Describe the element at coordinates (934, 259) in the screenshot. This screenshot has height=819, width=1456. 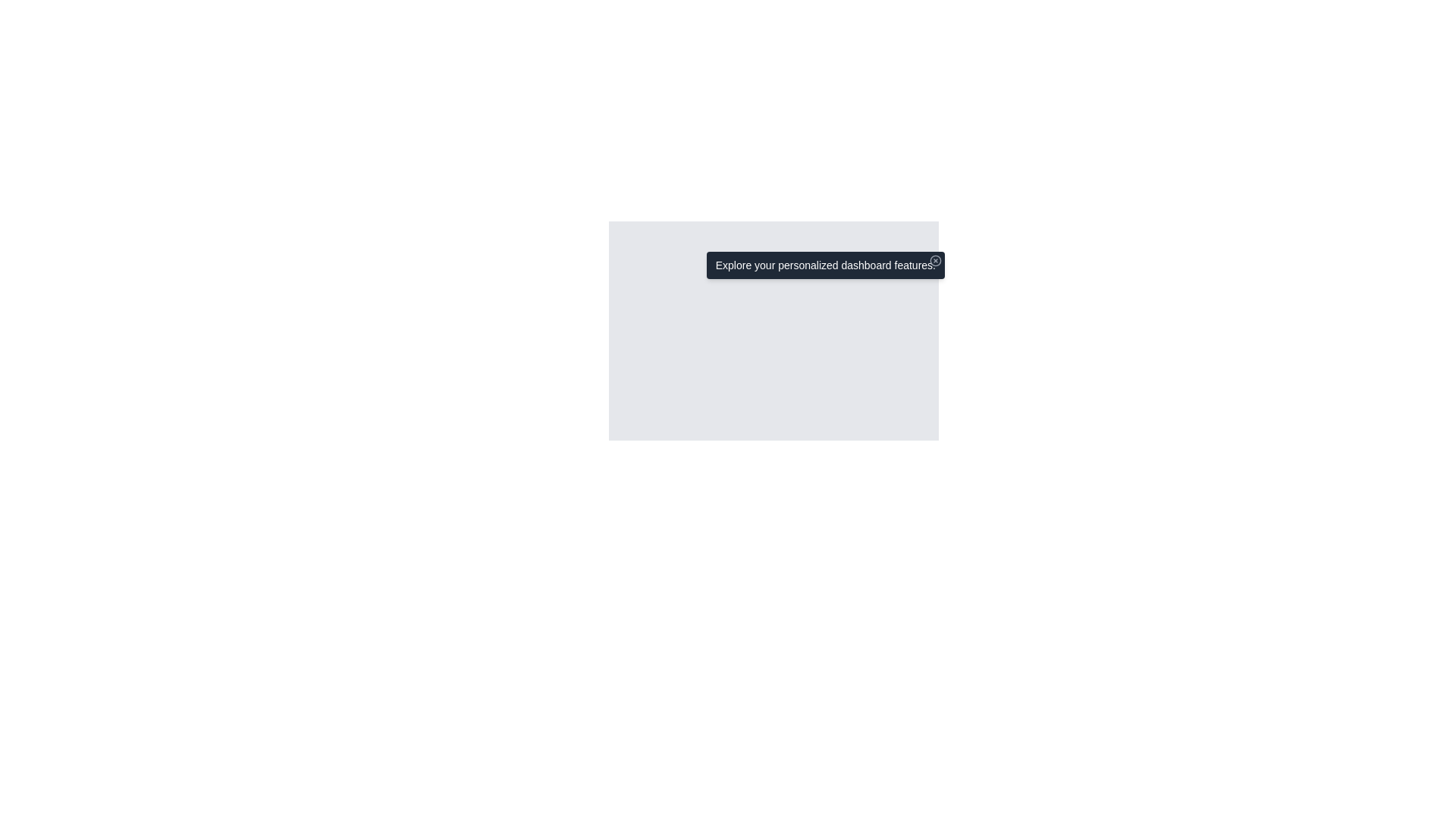
I see `the Circle graphic that serves as part of a close or cancel button in the top-right corner of the notification tooltip` at that location.